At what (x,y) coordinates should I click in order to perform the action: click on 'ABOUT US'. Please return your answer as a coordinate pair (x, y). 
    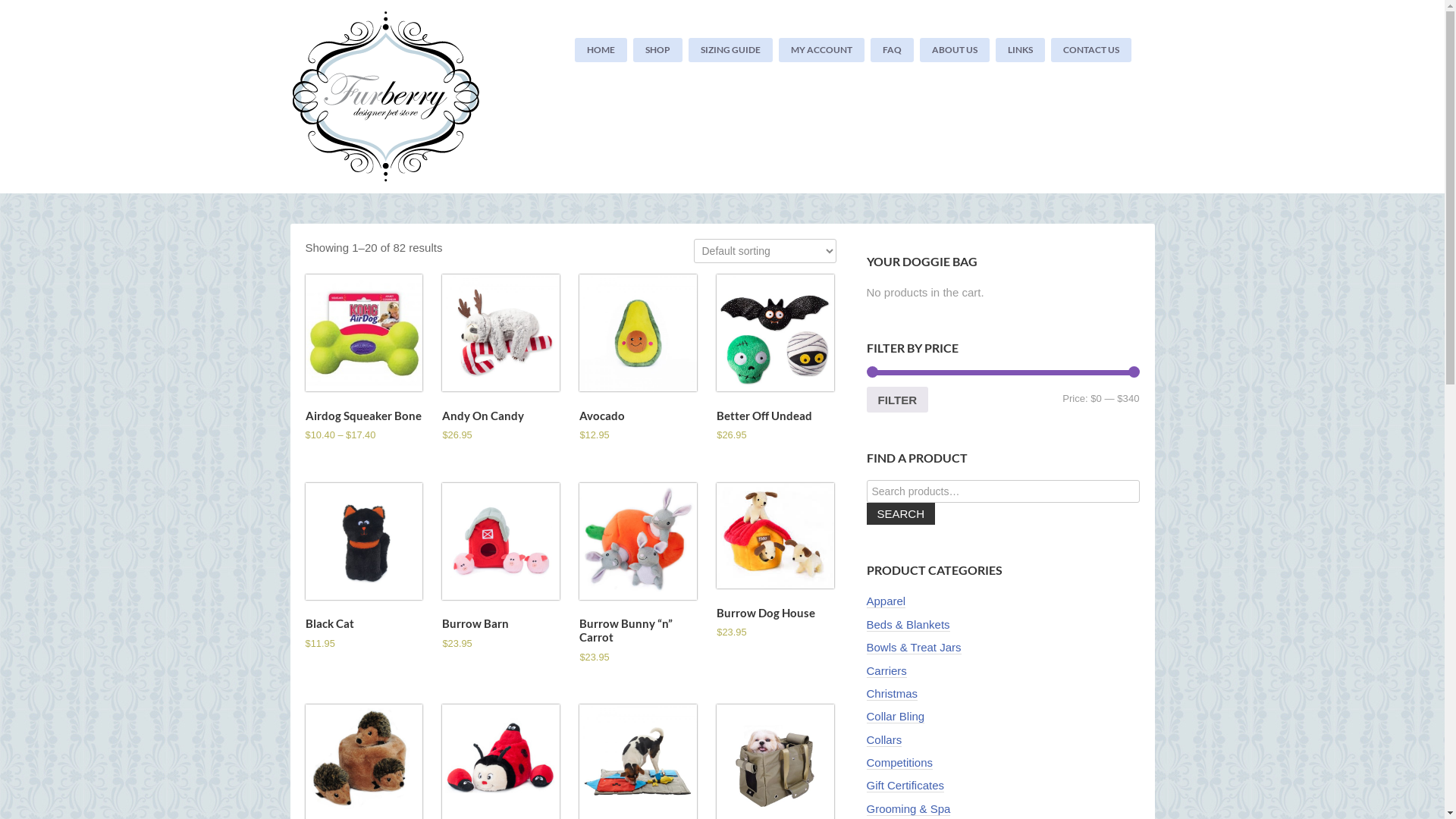
    Looking at the image, I should click on (953, 49).